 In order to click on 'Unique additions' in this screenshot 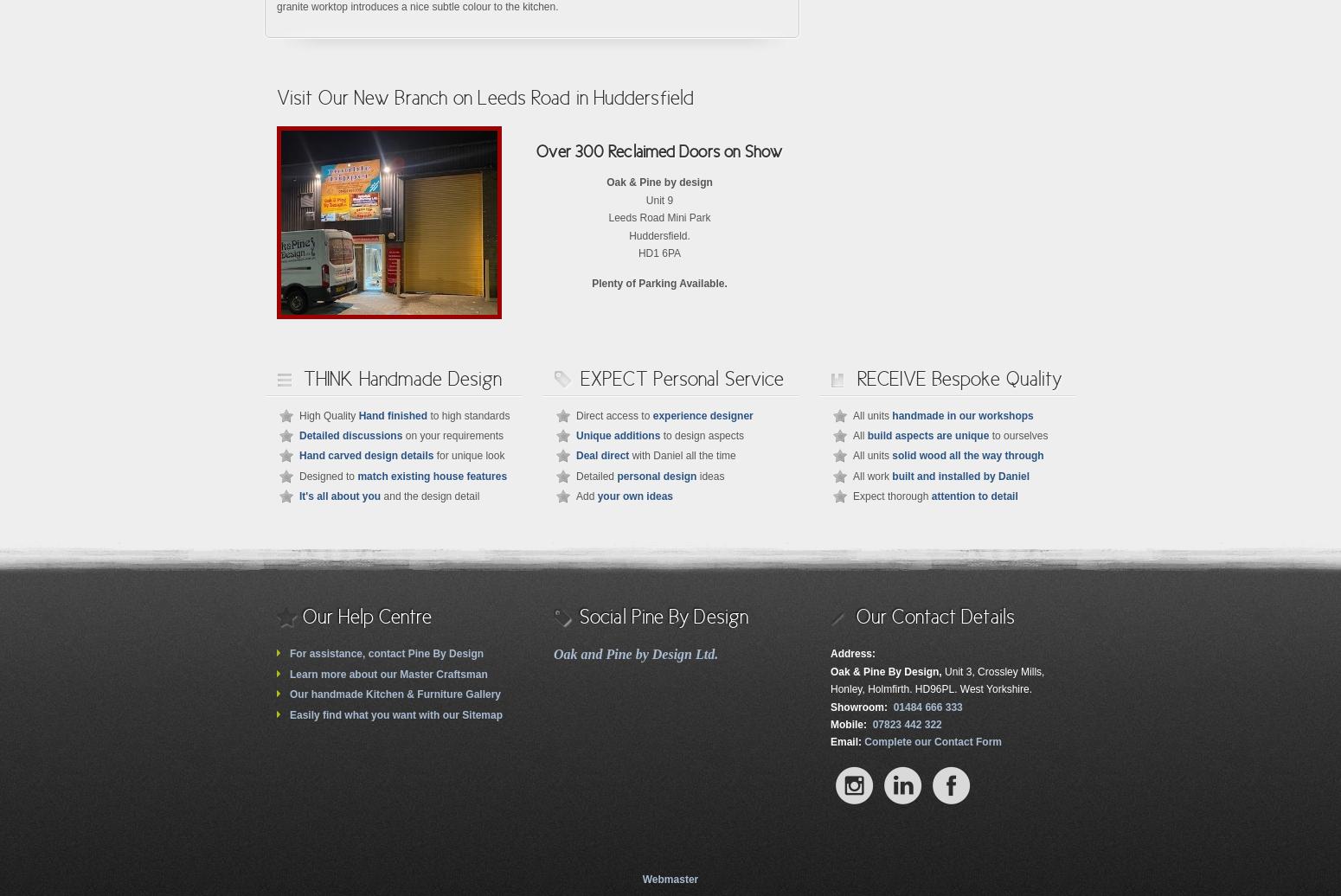, I will do `click(618, 434)`.